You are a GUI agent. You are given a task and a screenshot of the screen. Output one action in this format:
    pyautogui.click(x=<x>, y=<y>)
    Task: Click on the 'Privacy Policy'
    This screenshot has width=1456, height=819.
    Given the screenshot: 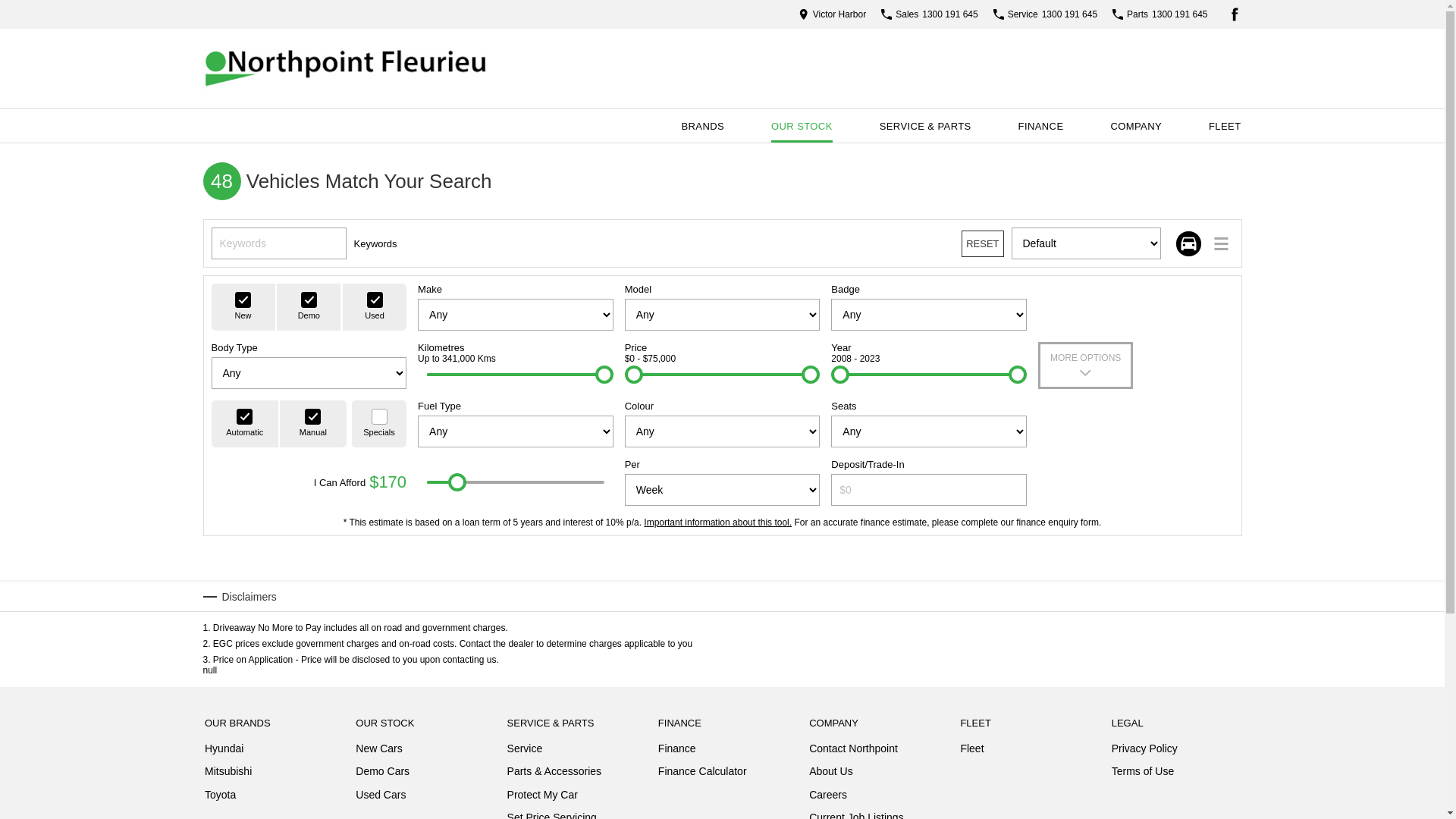 What is the action you would take?
    pyautogui.click(x=1111, y=752)
    